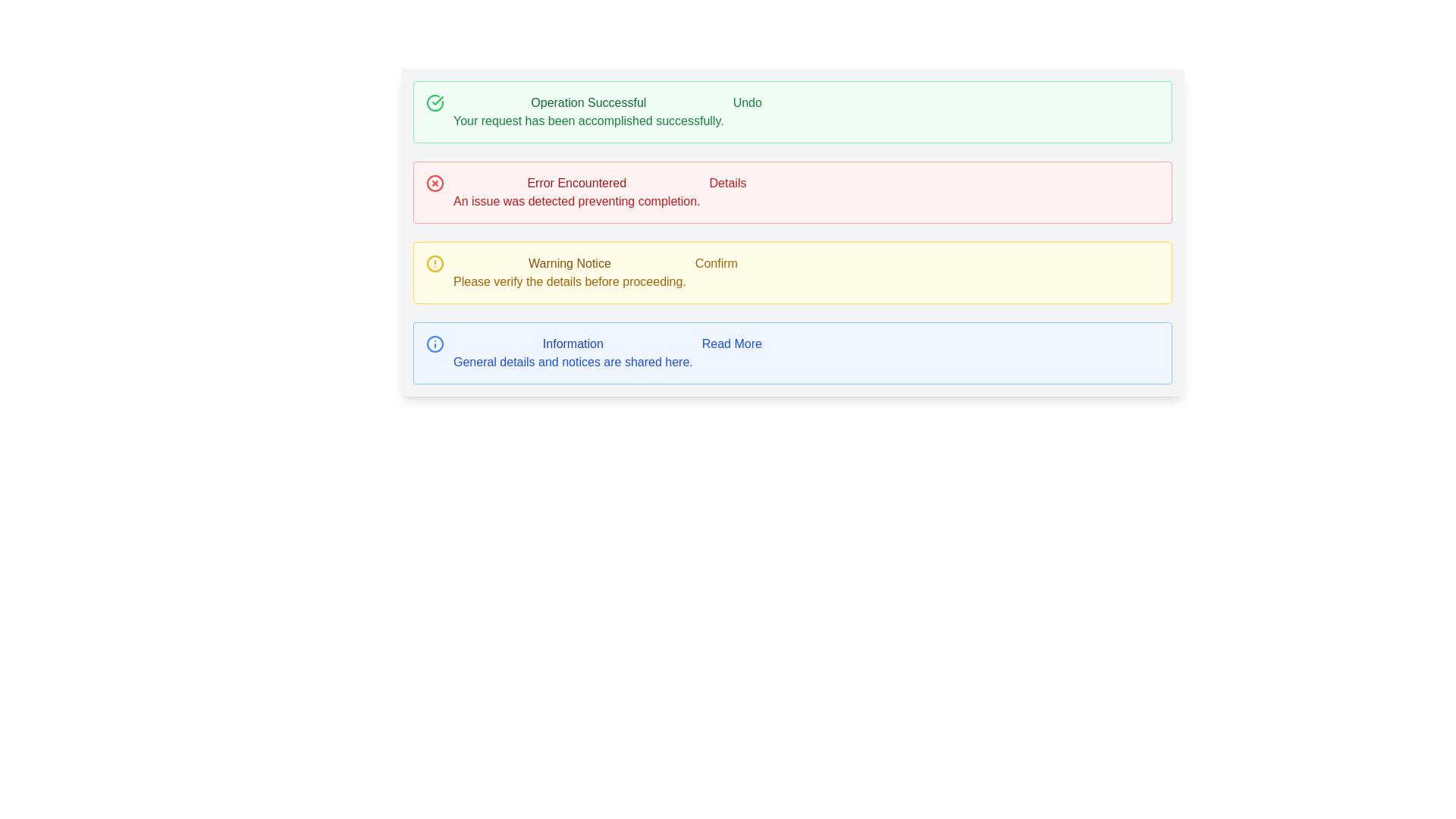  What do you see at coordinates (569, 281) in the screenshot?
I see `cautionary message displayed in the yellow notification panel directly below the title 'Warning Notice'` at bounding box center [569, 281].